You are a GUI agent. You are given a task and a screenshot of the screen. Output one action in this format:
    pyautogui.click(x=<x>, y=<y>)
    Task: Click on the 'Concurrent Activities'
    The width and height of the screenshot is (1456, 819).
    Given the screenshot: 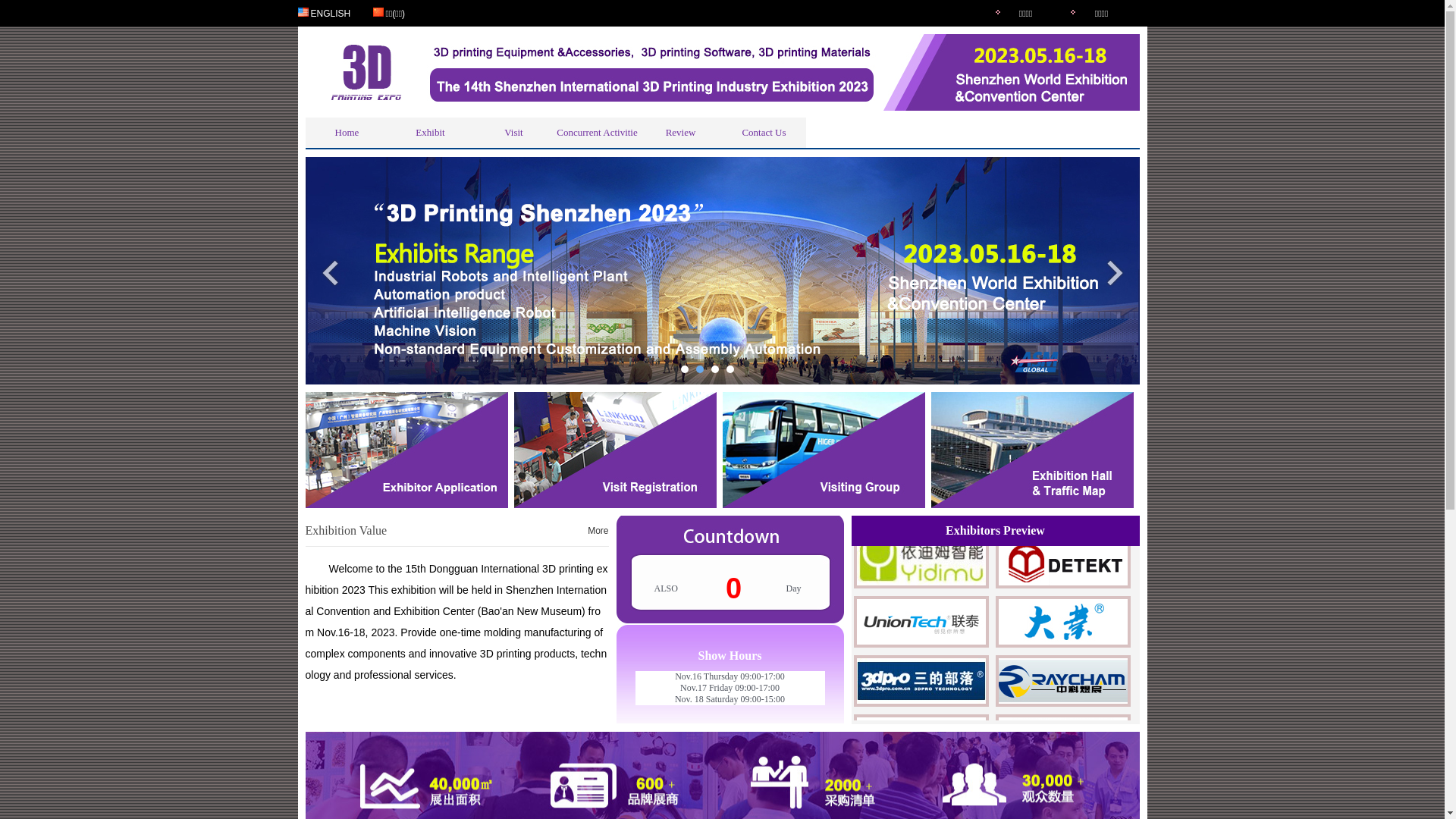 What is the action you would take?
    pyautogui.click(x=596, y=131)
    